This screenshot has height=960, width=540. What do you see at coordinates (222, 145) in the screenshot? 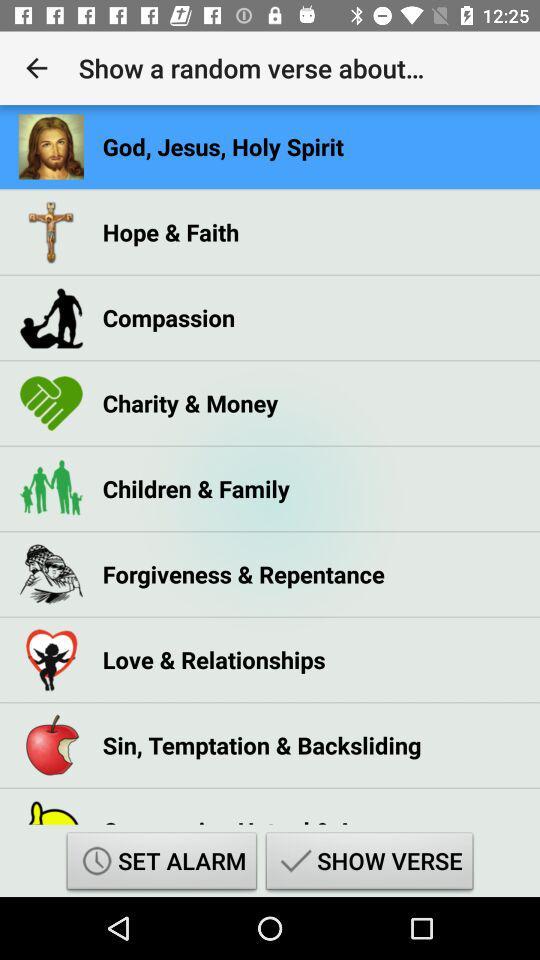
I see `god jesus holy` at bounding box center [222, 145].